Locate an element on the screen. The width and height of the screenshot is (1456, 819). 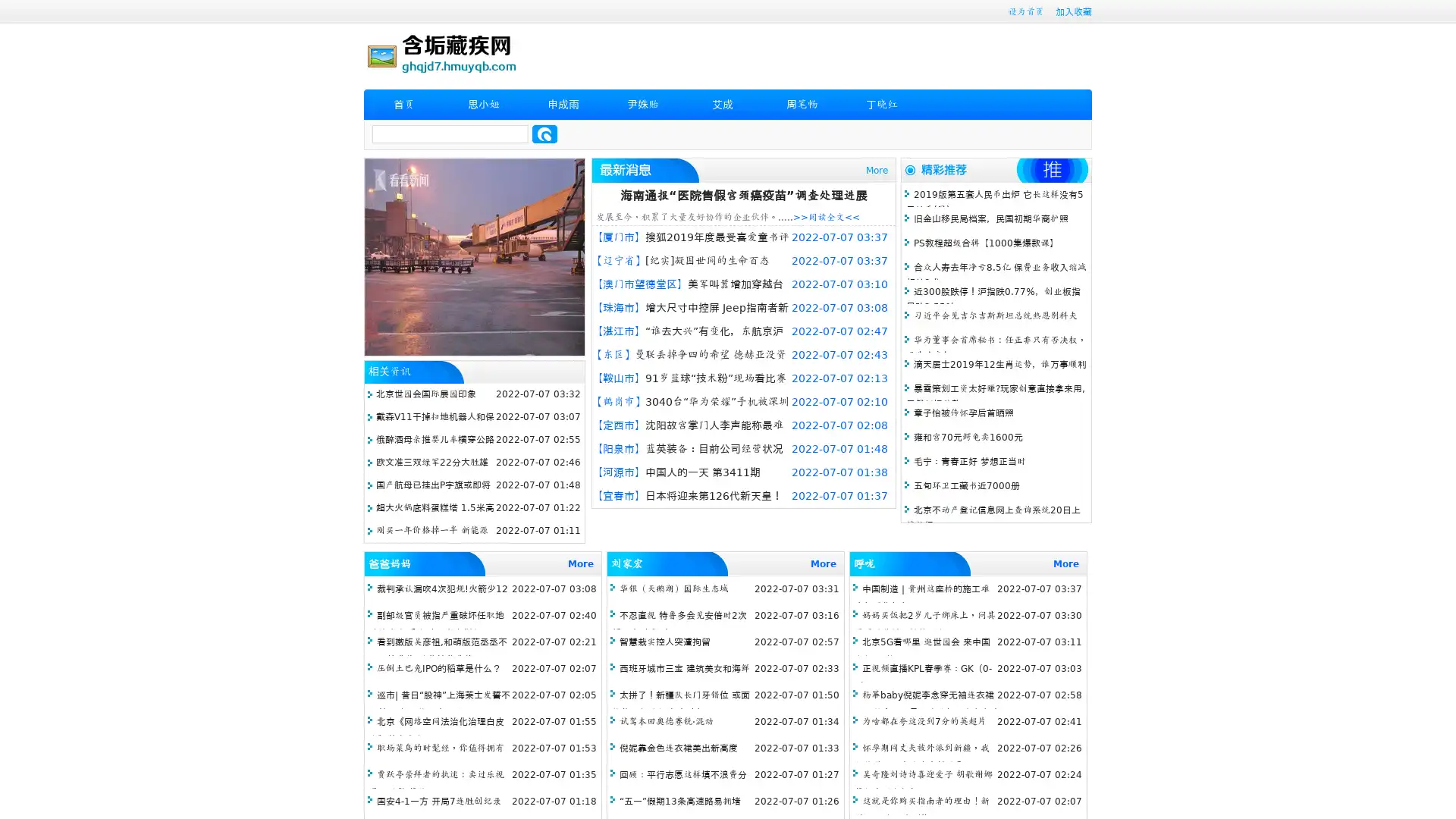
Search is located at coordinates (544, 133).